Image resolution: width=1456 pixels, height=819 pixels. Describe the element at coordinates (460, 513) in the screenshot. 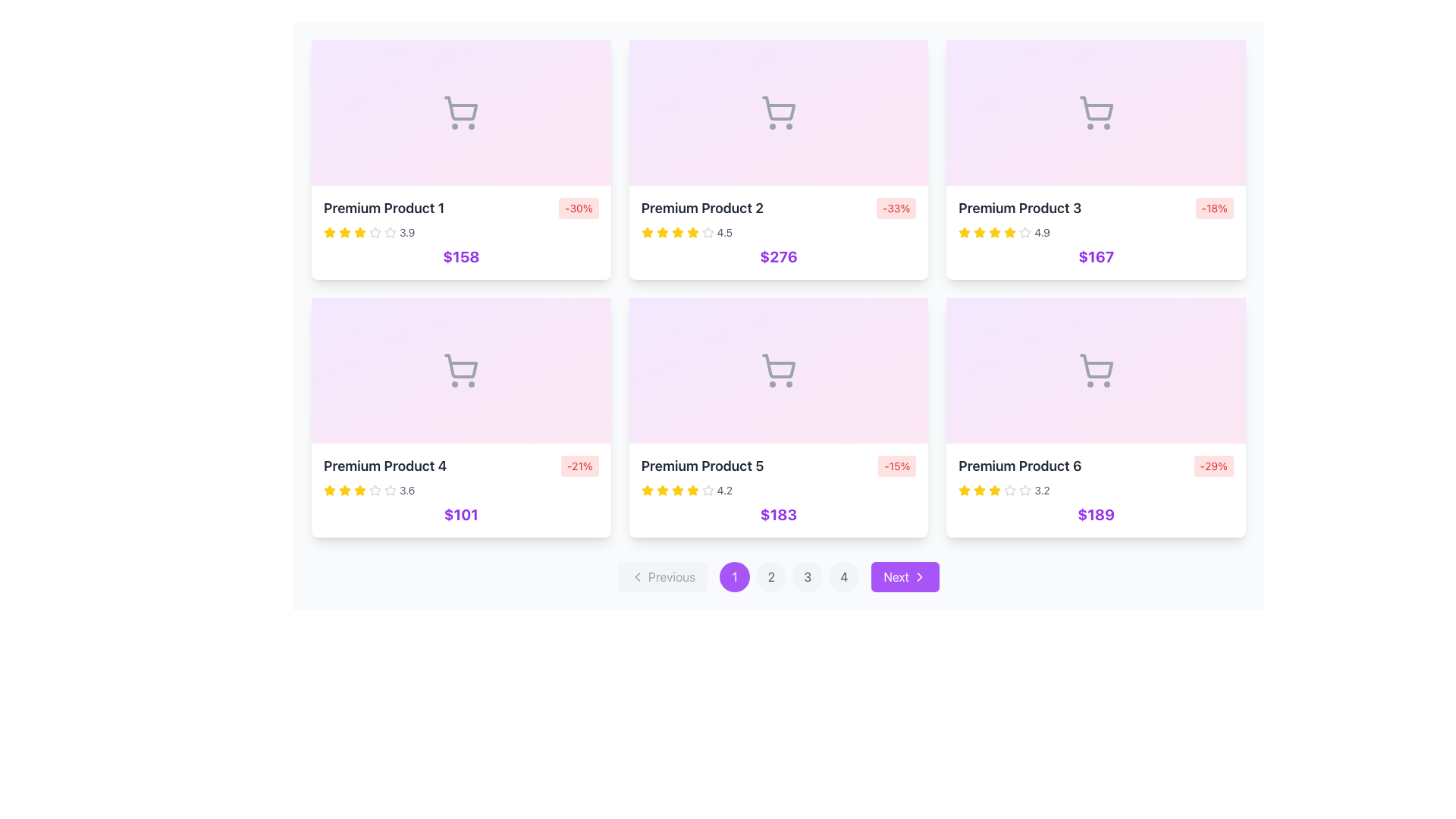

I see `static text displaying the value '$101', which is styled in bold, large purple font and located at the bottom of the 'Premium Product 4' card in the grid layout` at that location.